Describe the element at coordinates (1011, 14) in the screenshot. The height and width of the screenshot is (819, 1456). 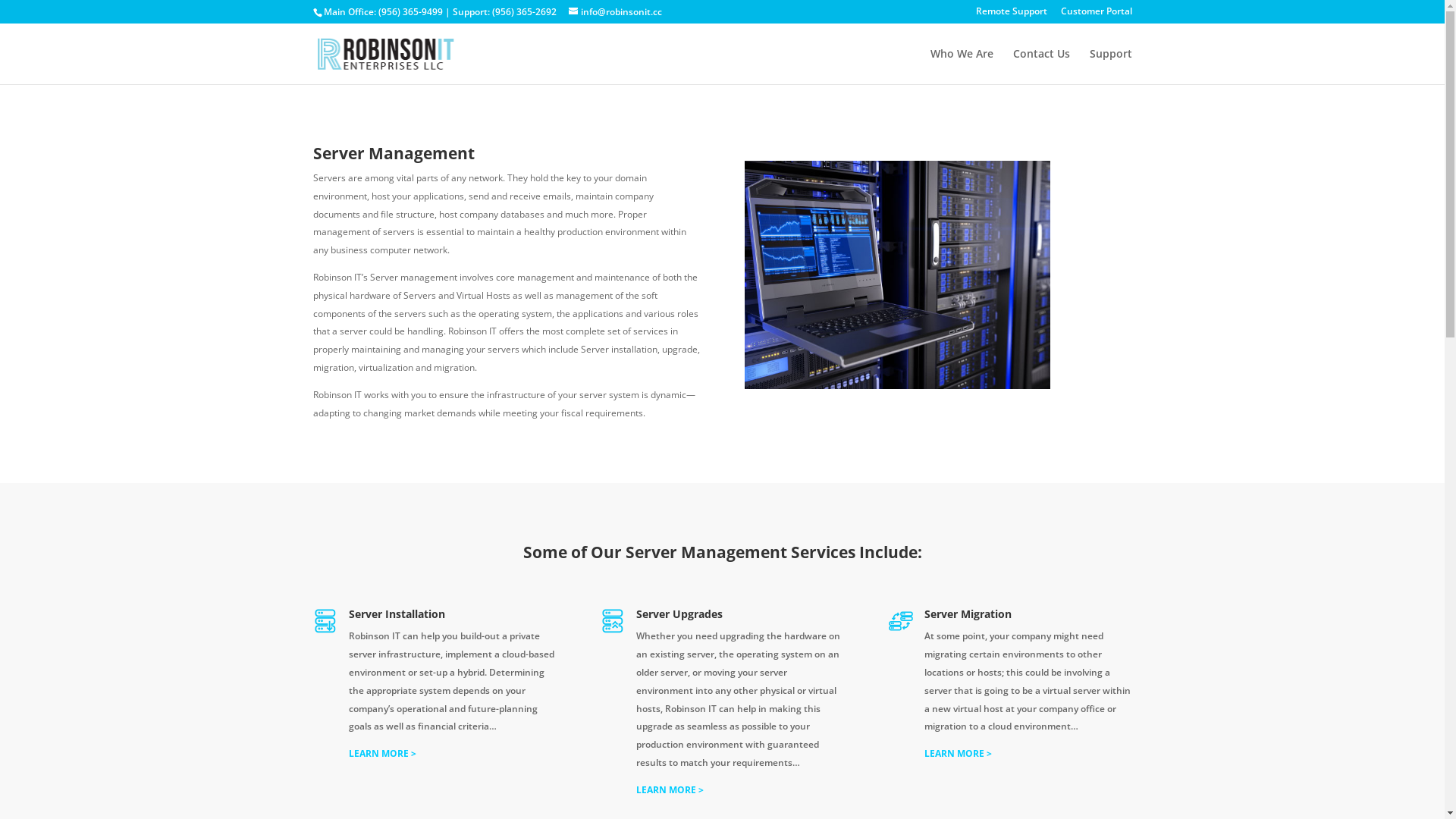
I see `'Remote Support'` at that location.